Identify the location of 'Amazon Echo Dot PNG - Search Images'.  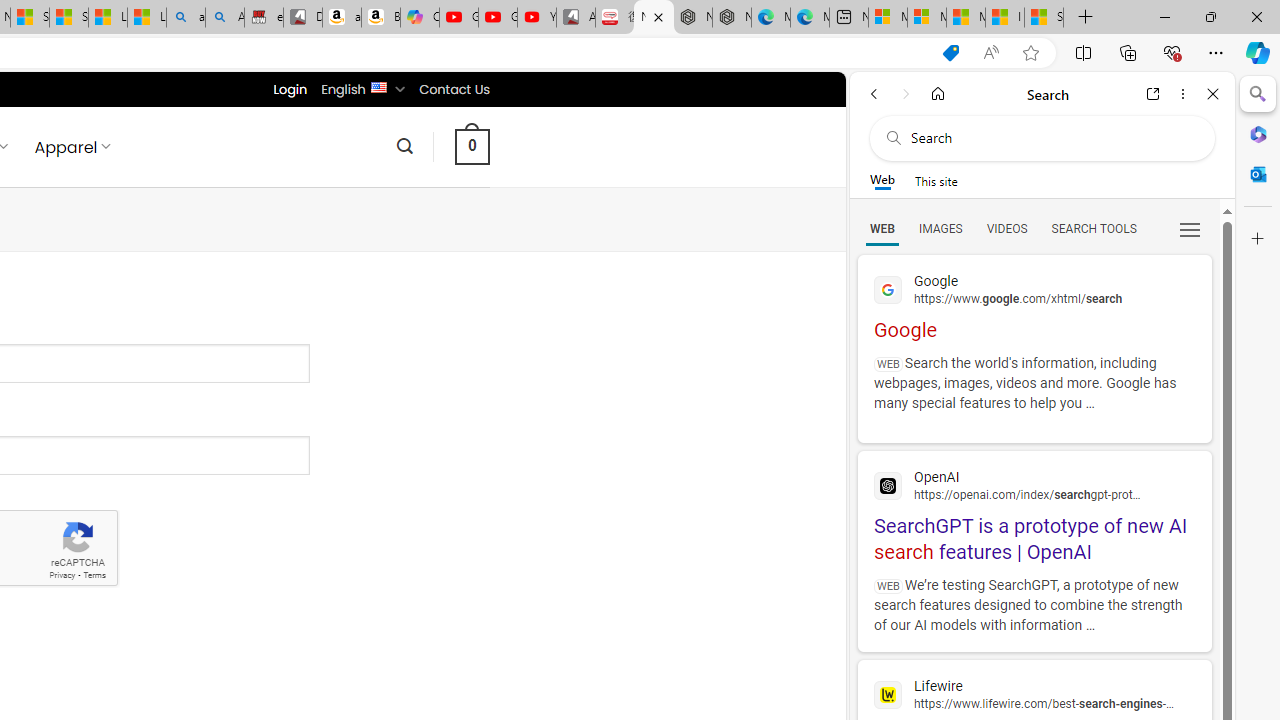
(225, 17).